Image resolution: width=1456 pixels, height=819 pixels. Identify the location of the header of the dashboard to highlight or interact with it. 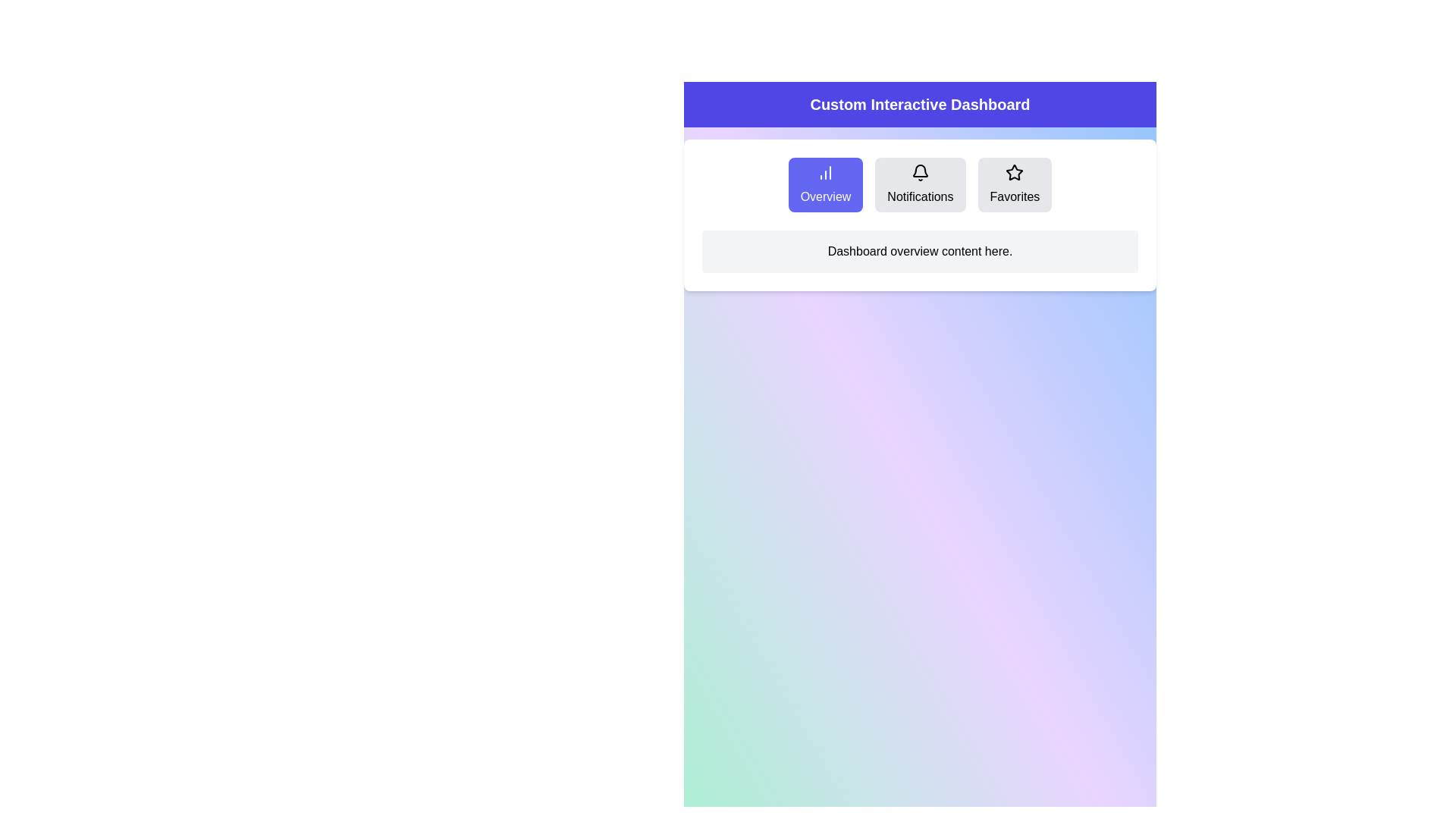
(919, 104).